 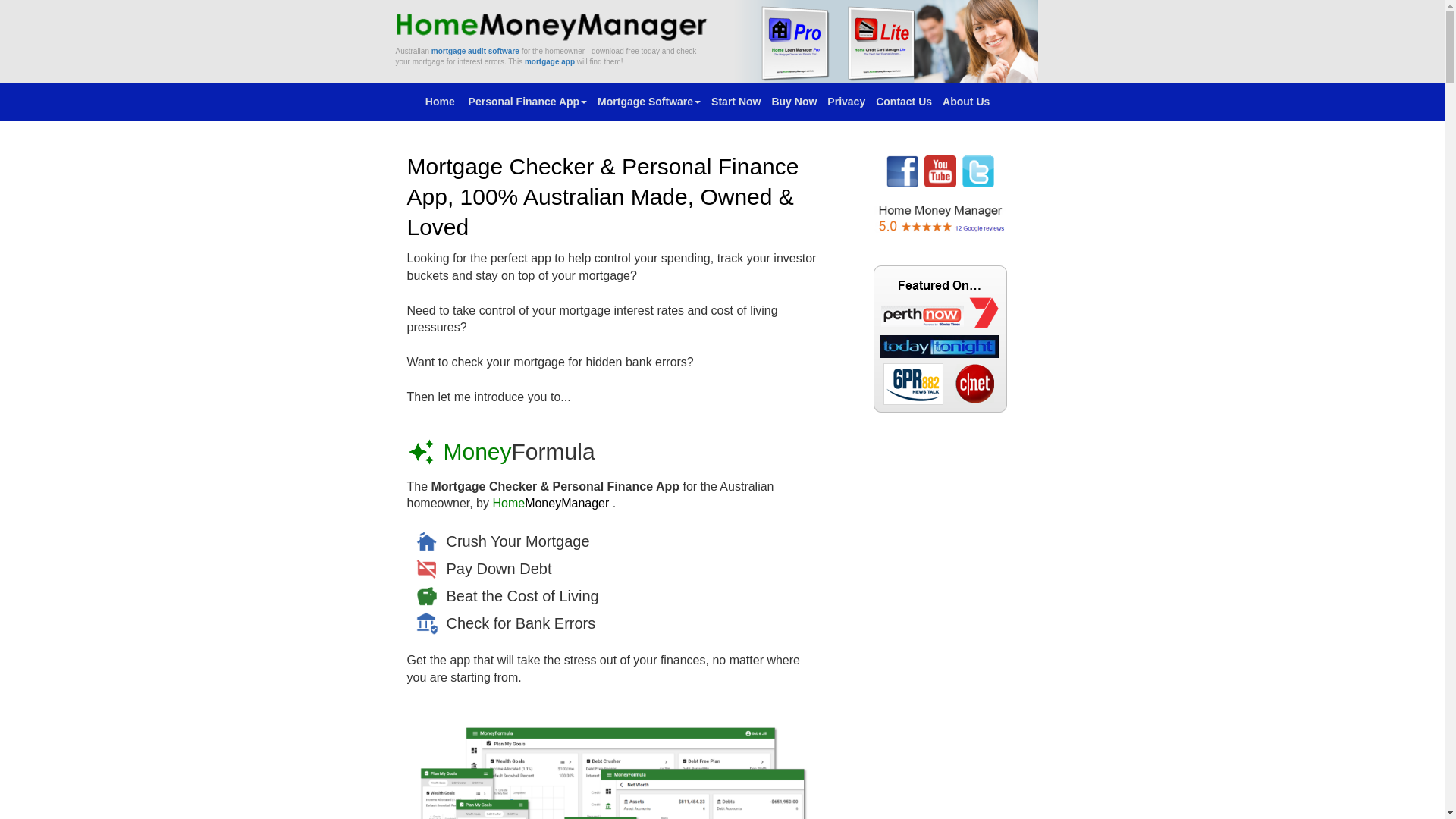 What do you see at coordinates (518, 450) in the screenshot?
I see `'MoneyFormula'` at bounding box center [518, 450].